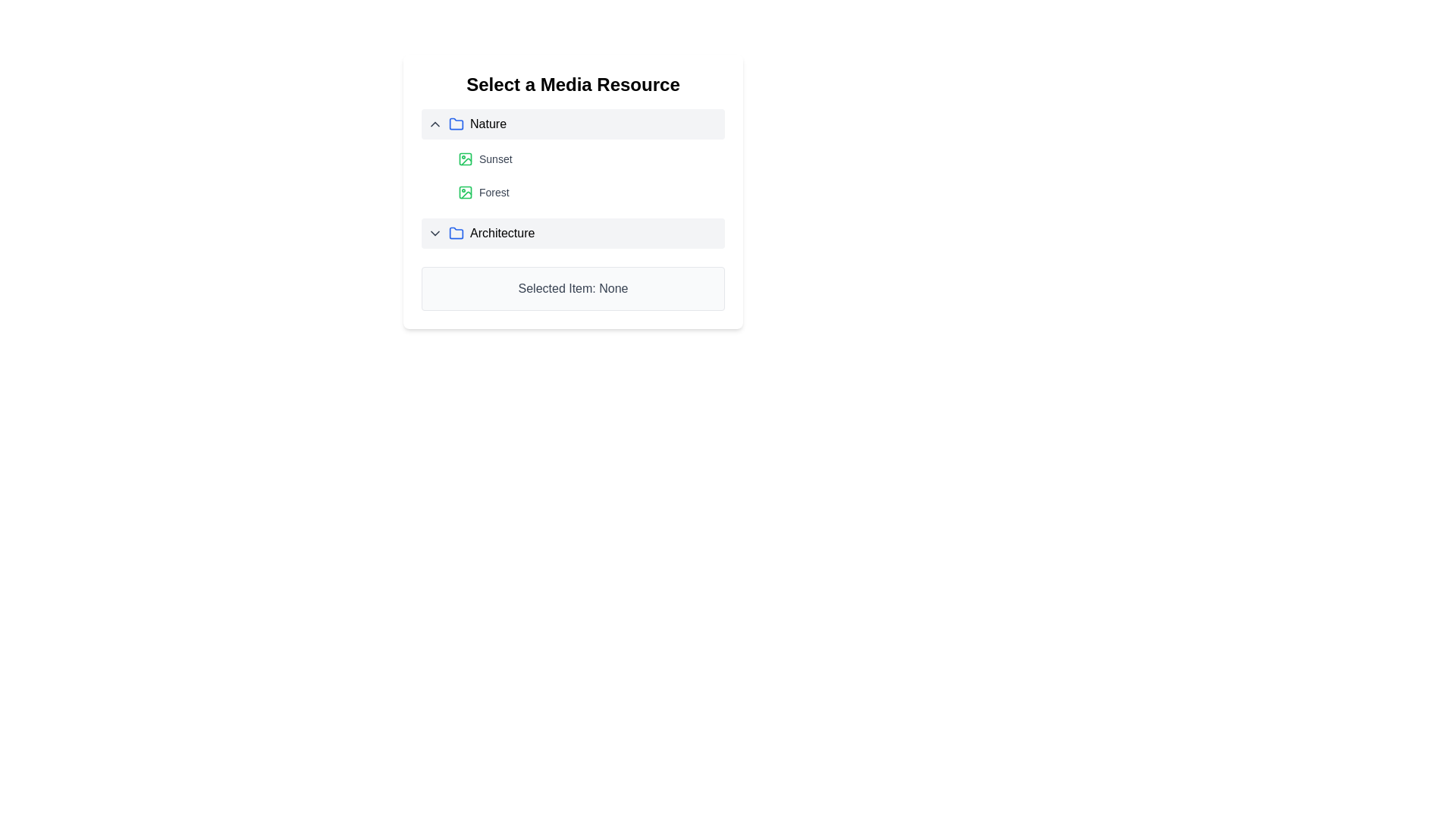 This screenshot has height=819, width=1456. What do you see at coordinates (588, 192) in the screenshot?
I see `the selectable list item labeled 'Forest' which is the second option in the 'Nature' category to trigger its hover state` at bounding box center [588, 192].